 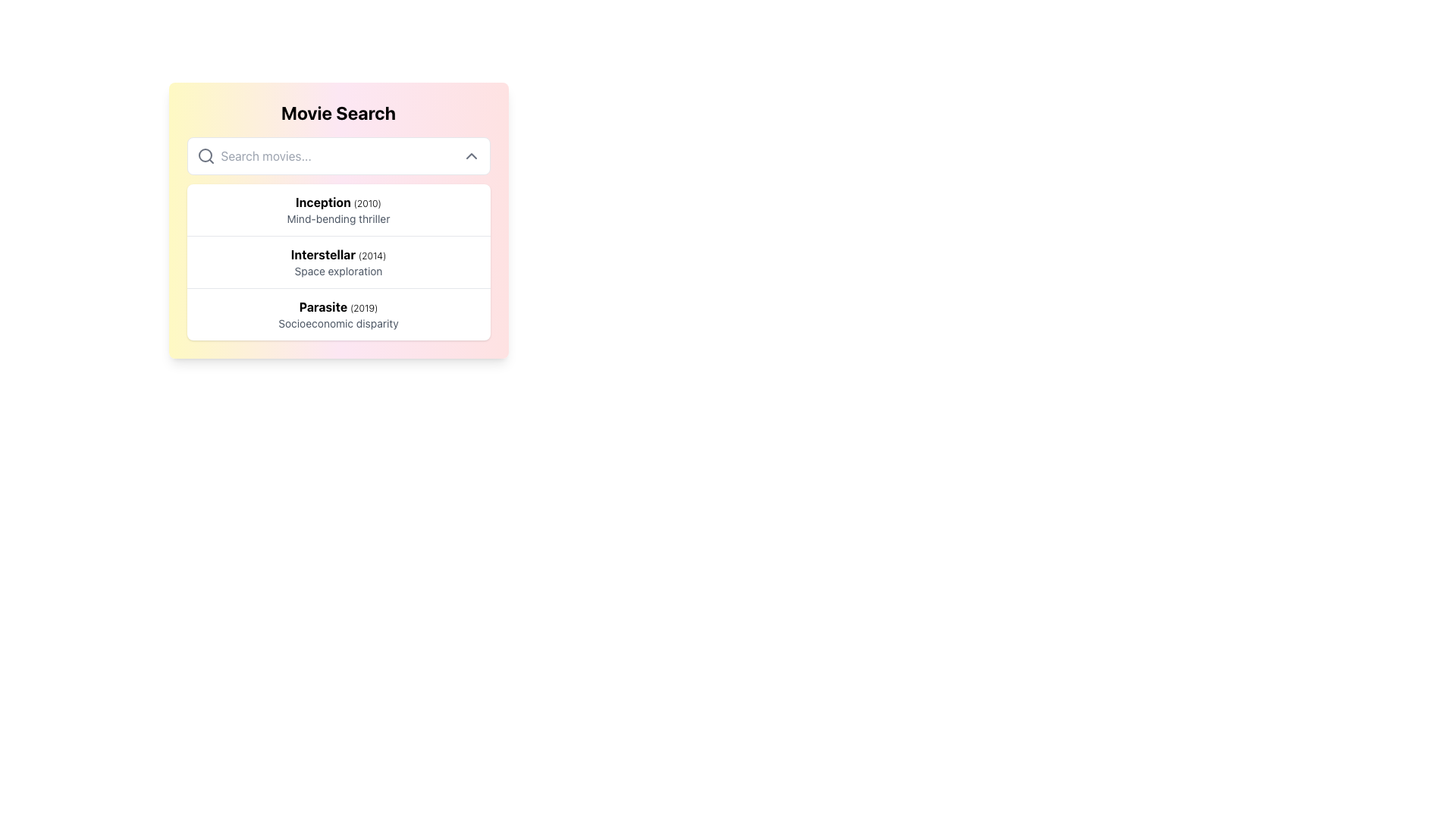 What do you see at coordinates (337, 201) in the screenshot?
I see `the static text label displaying the movie title 'Inception' and the release year '(2010)' which is located at the top of the list of movie titles` at bounding box center [337, 201].